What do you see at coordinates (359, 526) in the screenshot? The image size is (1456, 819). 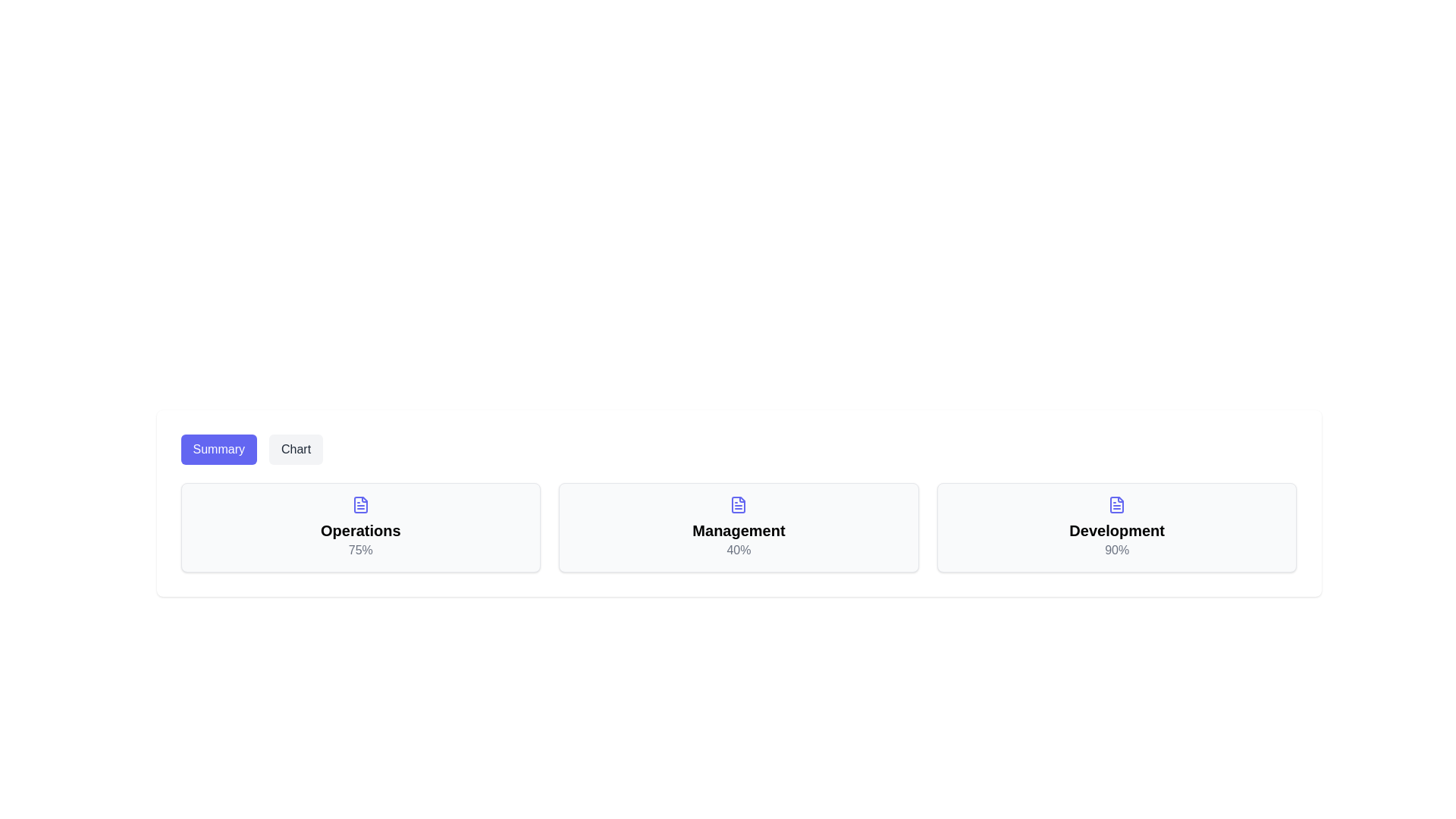 I see `the 'Operations' card at the top-left part of the layout` at bounding box center [359, 526].